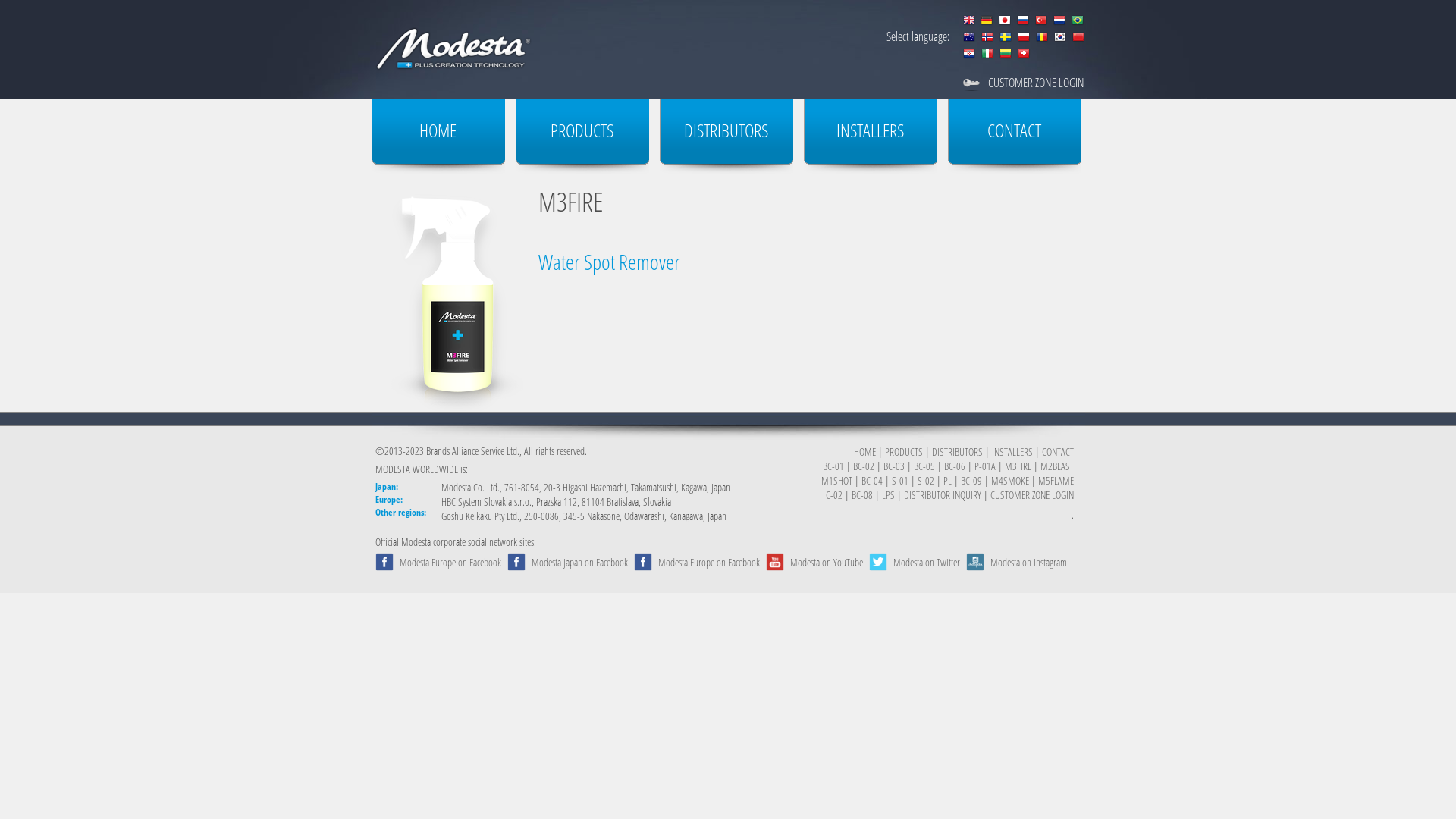  Describe the element at coordinates (862, 494) in the screenshot. I see `'BC-08'` at that location.